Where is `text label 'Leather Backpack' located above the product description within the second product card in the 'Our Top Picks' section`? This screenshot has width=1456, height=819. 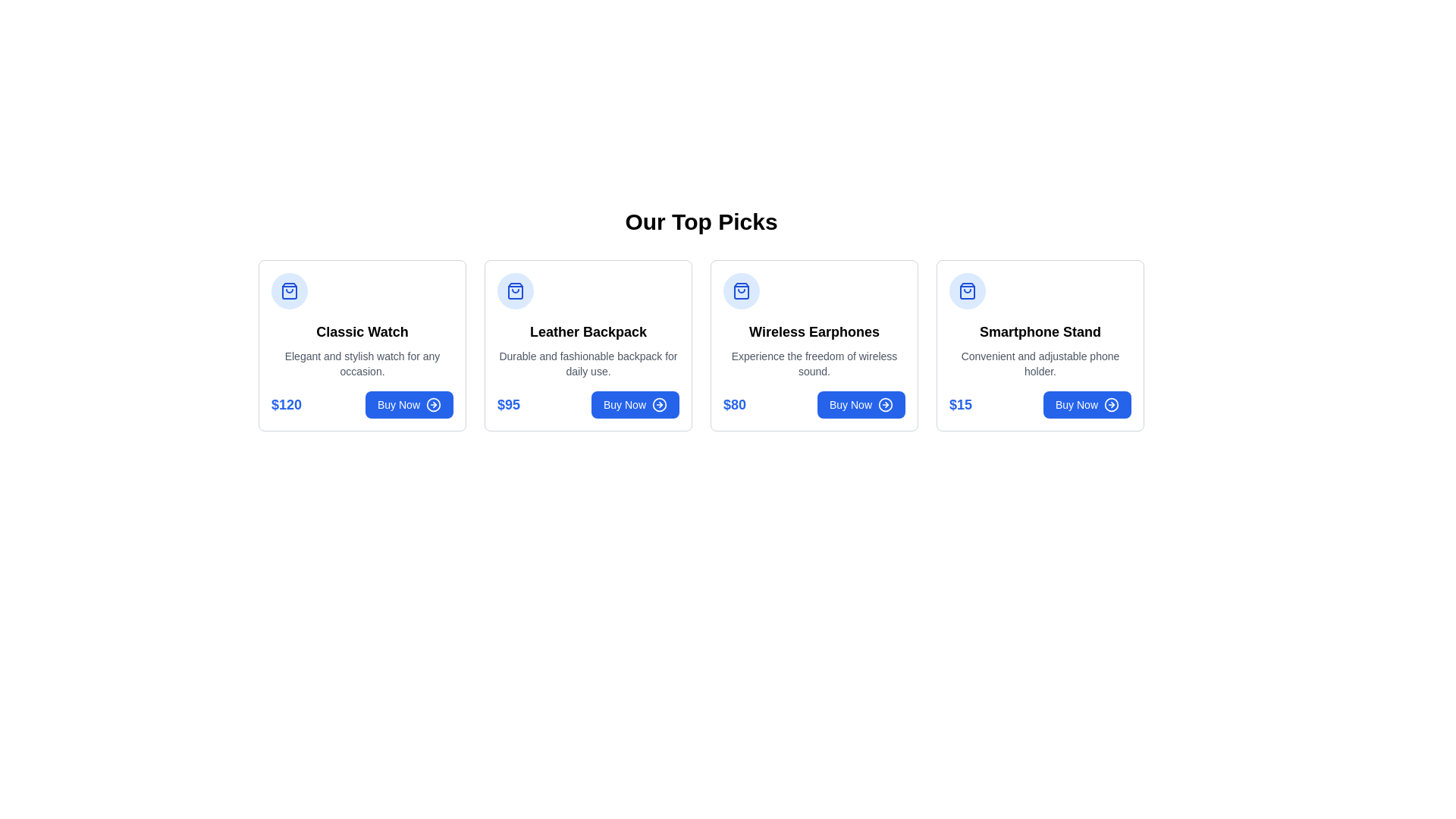
text label 'Leather Backpack' located above the product description within the second product card in the 'Our Top Picks' section is located at coordinates (588, 331).